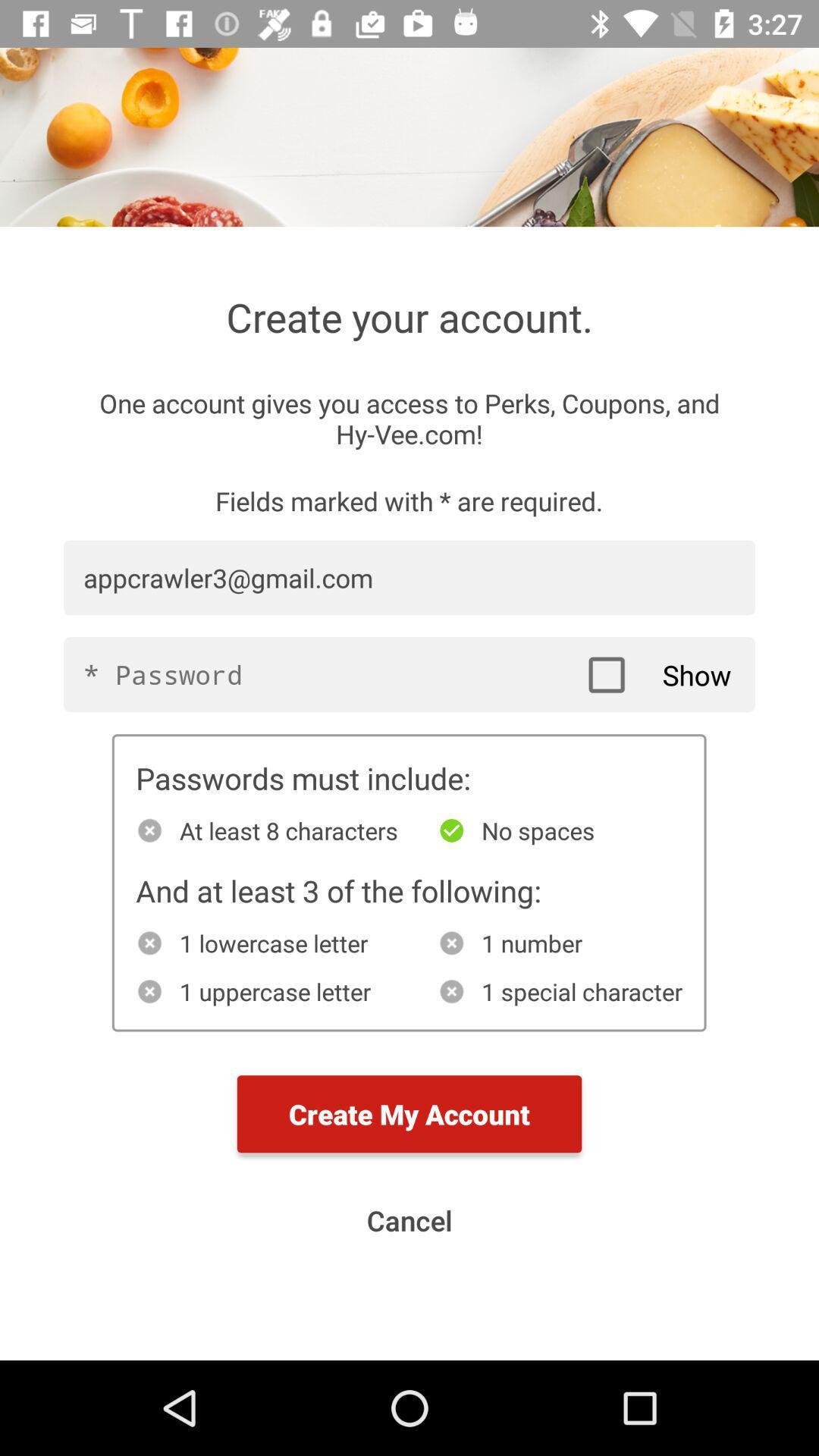  What do you see at coordinates (409, 673) in the screenshot?
I see `the password box` at bounding box center [409, 673].